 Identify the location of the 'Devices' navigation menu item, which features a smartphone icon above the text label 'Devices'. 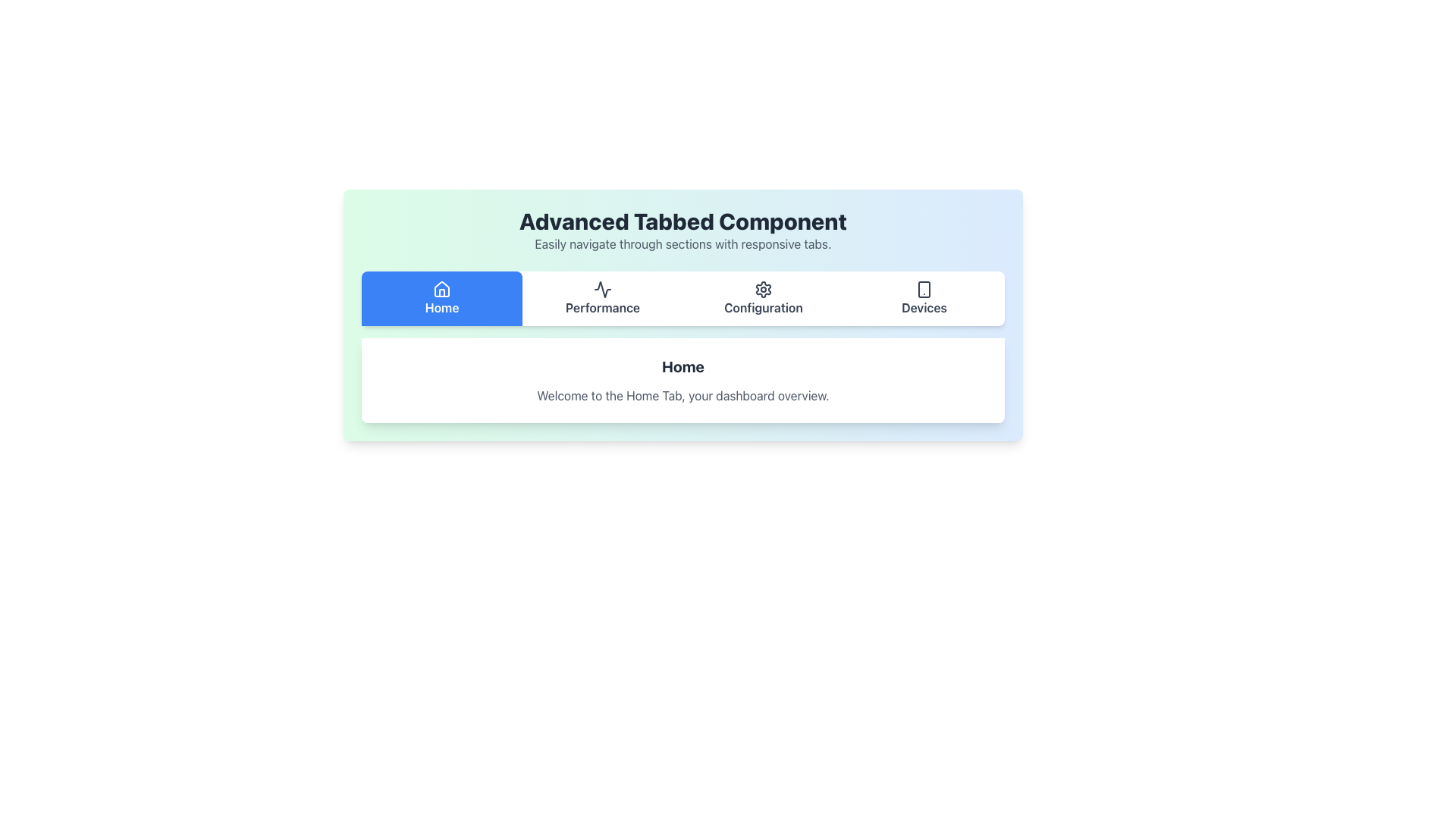
(924, 298).